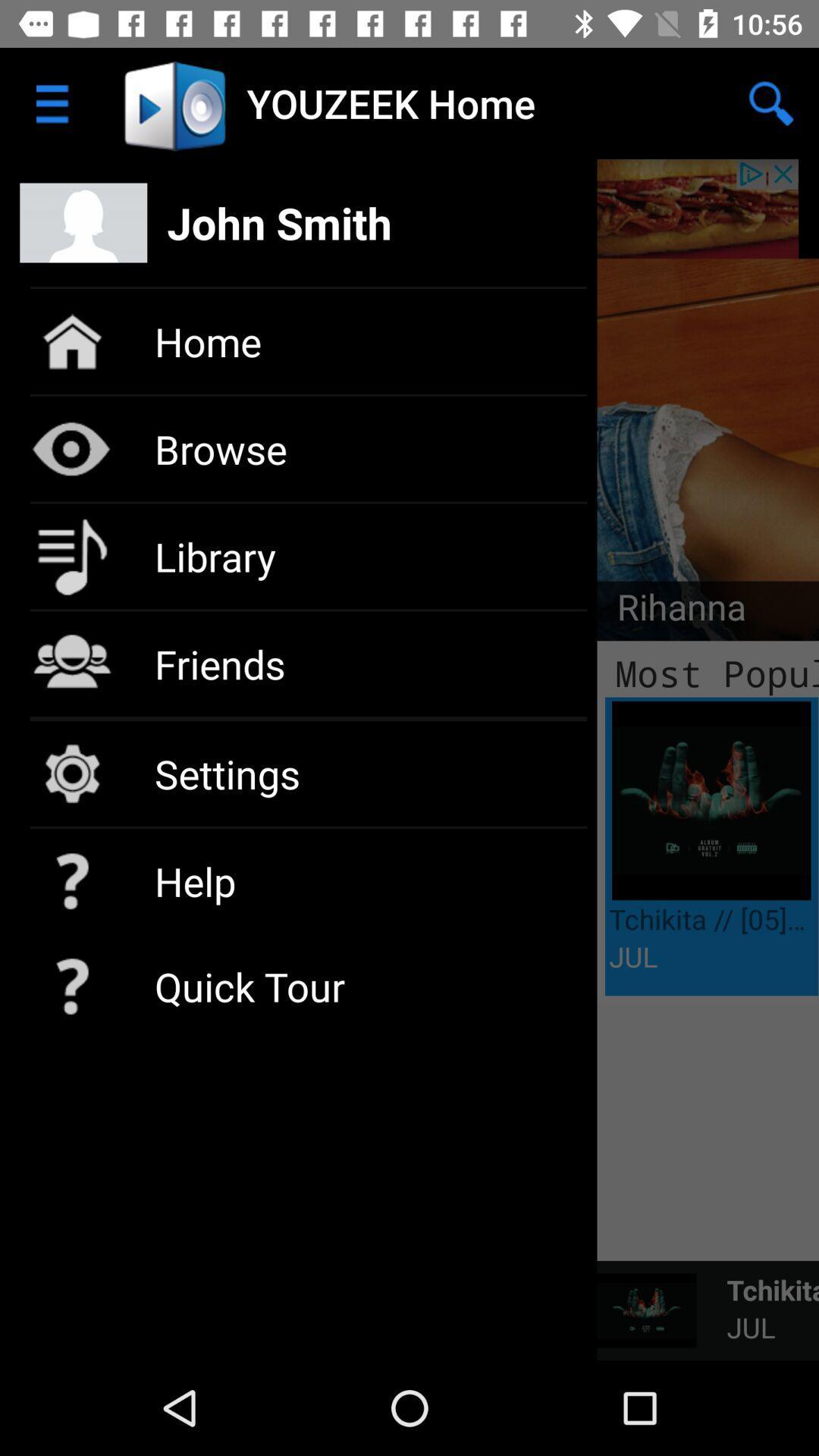  I want to click on icon to the right of the library icon, so click(670, 611).